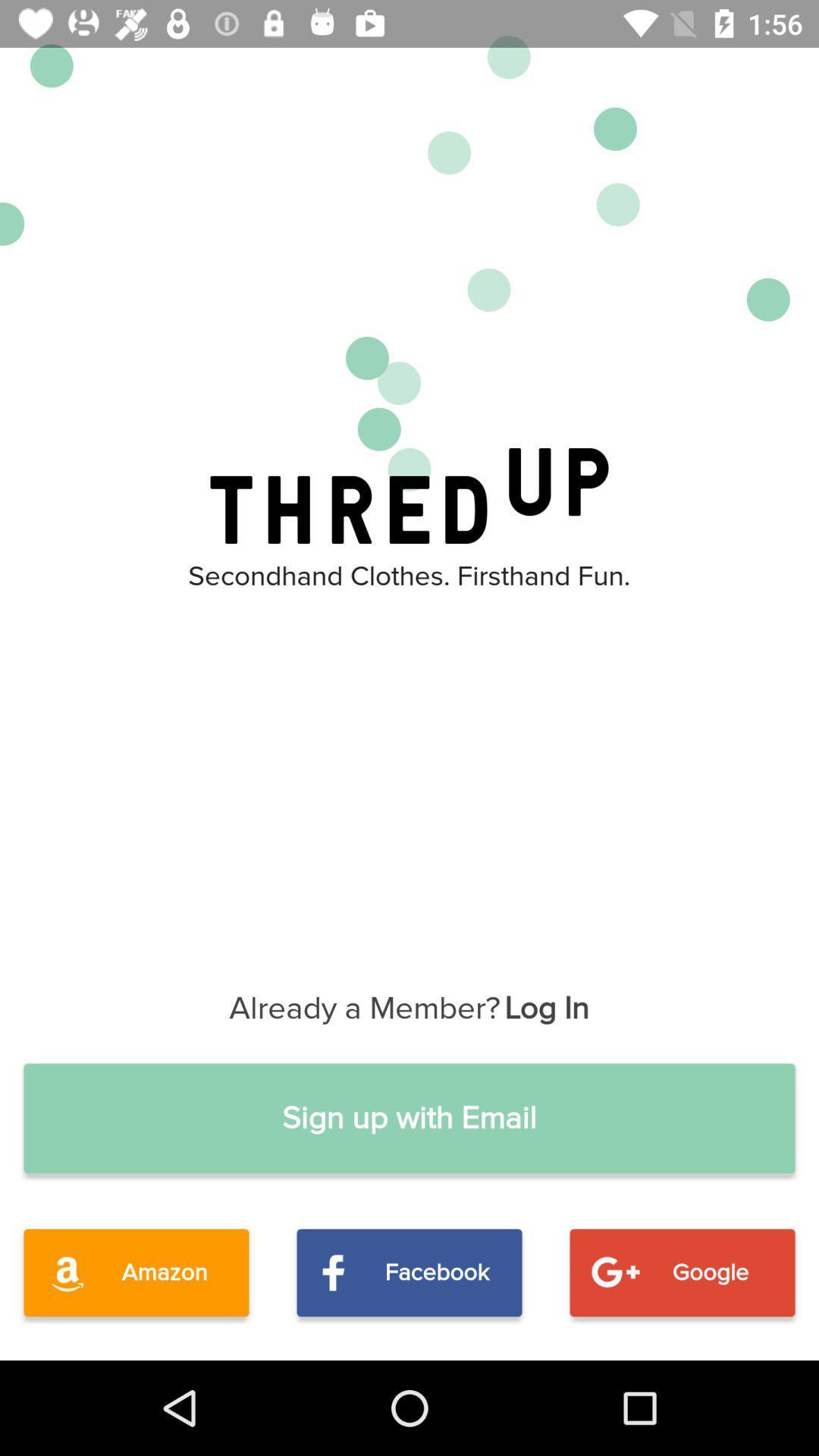 Image resolution: width=819 pixels, height=1456 pixels. Describe the element at coordinates (409, 1272) in the screenshot. I see `icon below sign up with item` at that location.